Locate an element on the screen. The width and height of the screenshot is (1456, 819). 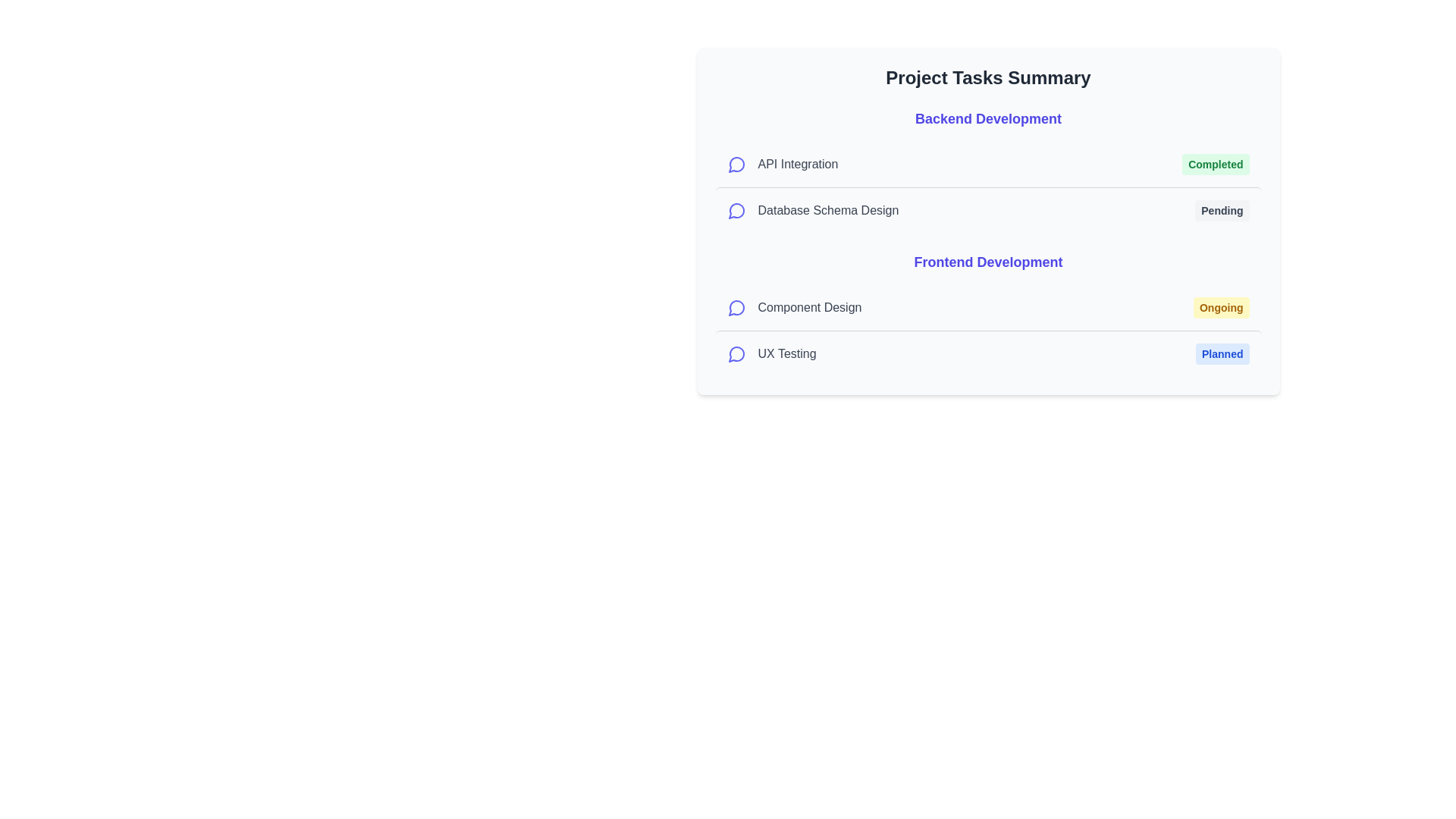
the text label reading 'API Integration' which is styled with a gray font color and located to the right of a speech bubble icon in a list layout is located at coordinates (797, 164).